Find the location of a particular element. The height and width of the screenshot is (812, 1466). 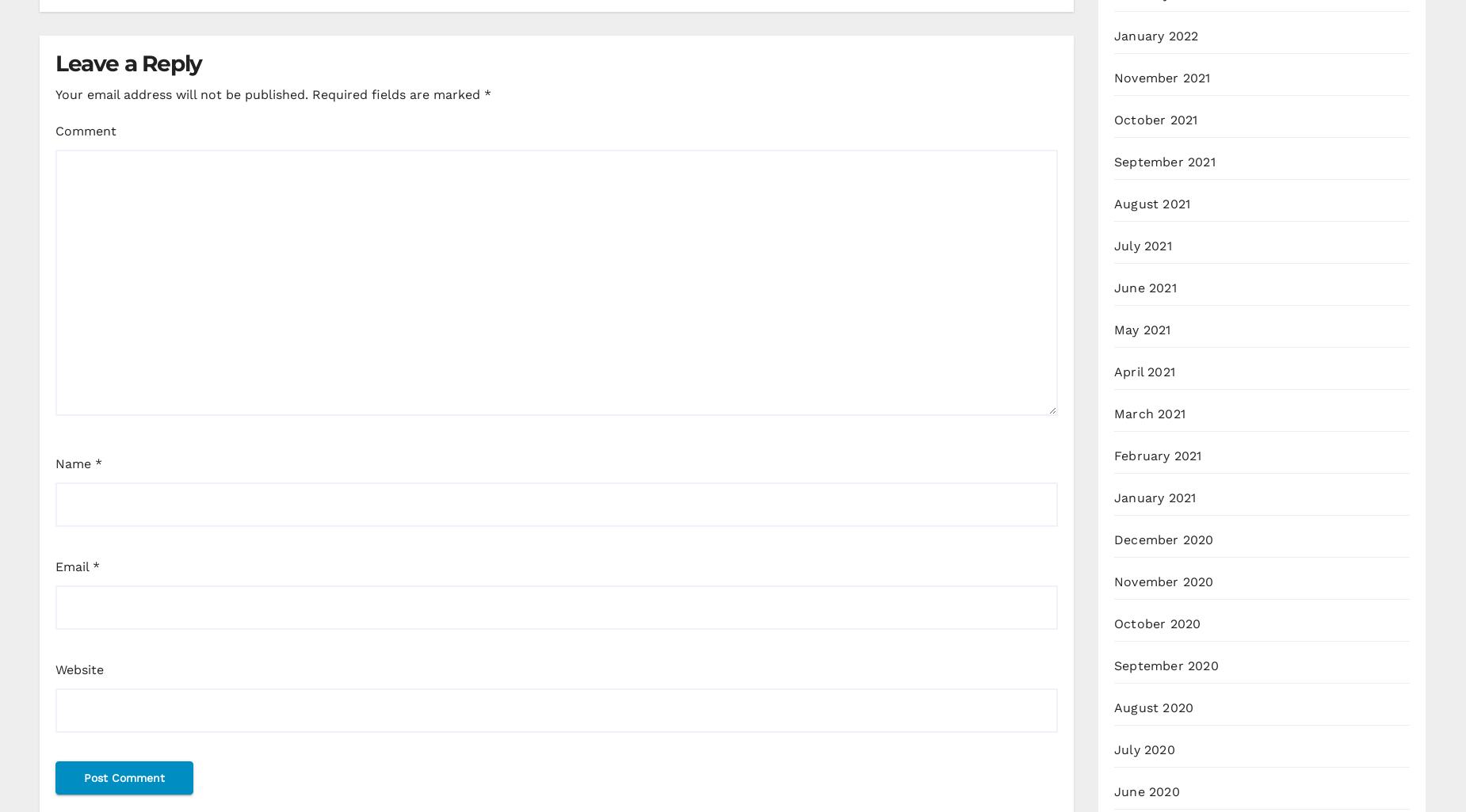

'June 2020' is located at coordinates (1114, 791).